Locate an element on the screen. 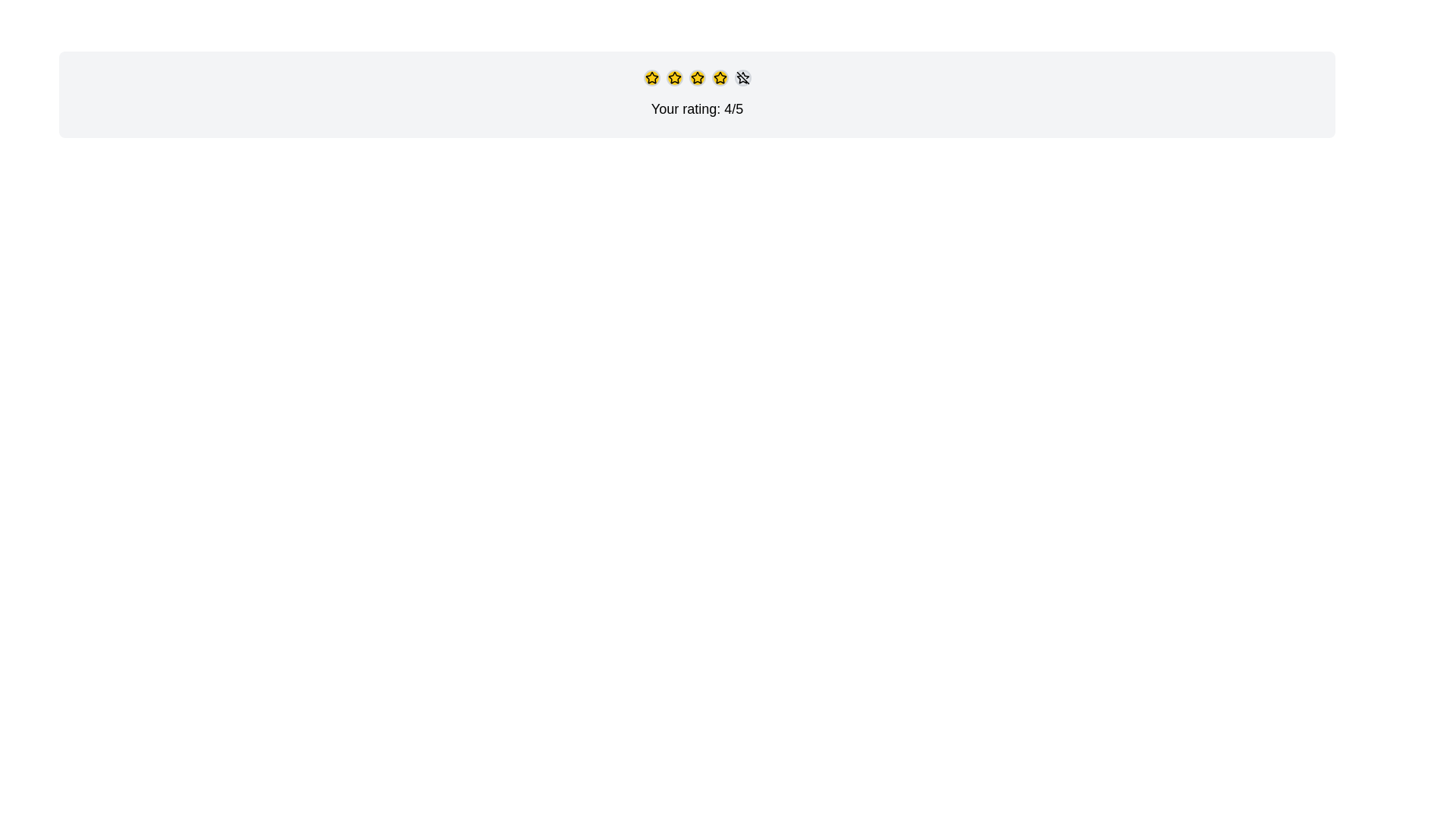 This screenshot has height=819, width=1456. the fourth star in the rating system is located at coordinates (696, 78).